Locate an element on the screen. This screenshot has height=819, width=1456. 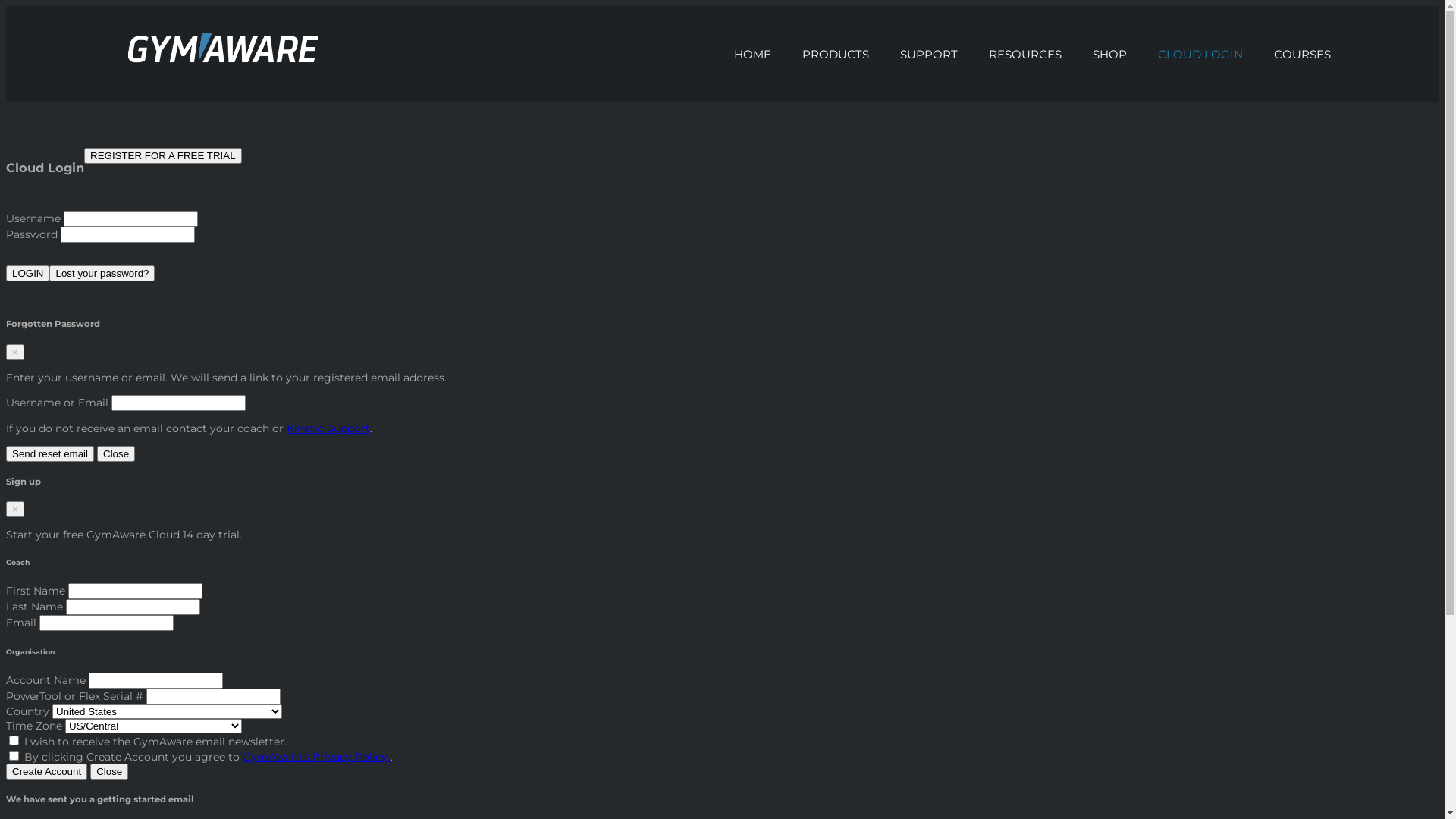
'REGISTER FOR A FREE TRIAL' is located at coordinates (163, 155).